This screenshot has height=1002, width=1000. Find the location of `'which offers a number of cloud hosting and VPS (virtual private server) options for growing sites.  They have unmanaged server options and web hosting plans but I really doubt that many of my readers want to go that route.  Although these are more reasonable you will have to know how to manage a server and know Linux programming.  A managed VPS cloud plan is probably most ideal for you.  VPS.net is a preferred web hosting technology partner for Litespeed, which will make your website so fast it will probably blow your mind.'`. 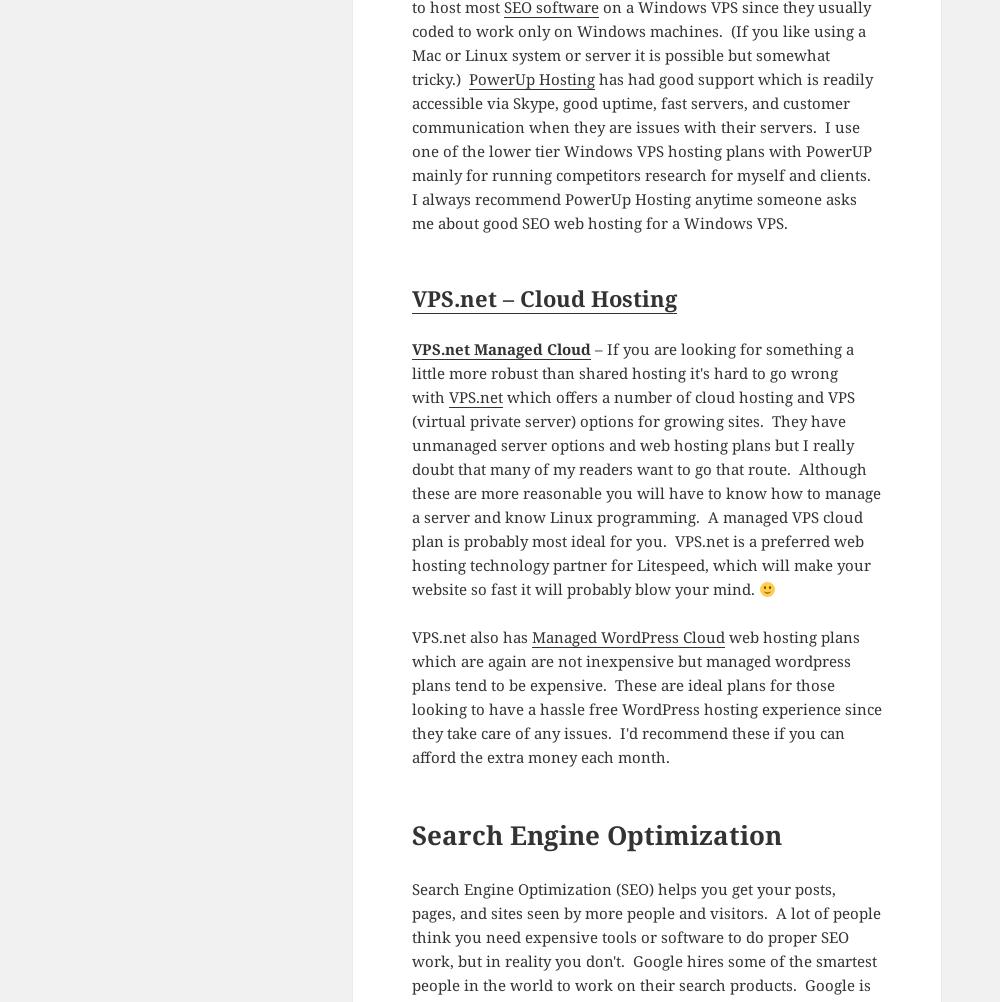

'which offers a number of cloud hosting and VPS (virtual private server) options for growing sites.  They have unmanaged server options and web hosting plans but I really doubt that many of my readers want to go that route.  Although these are more reasonable you will have to know how to manage a server and know Linux programming.  A managed VPS cloud plan is probably most ideal for you.  VPS.net is a preferred web hosting technology partner for Litespeed, which will make your website so fast it will probably blow your mind.' is located at coordinates (645, 491).